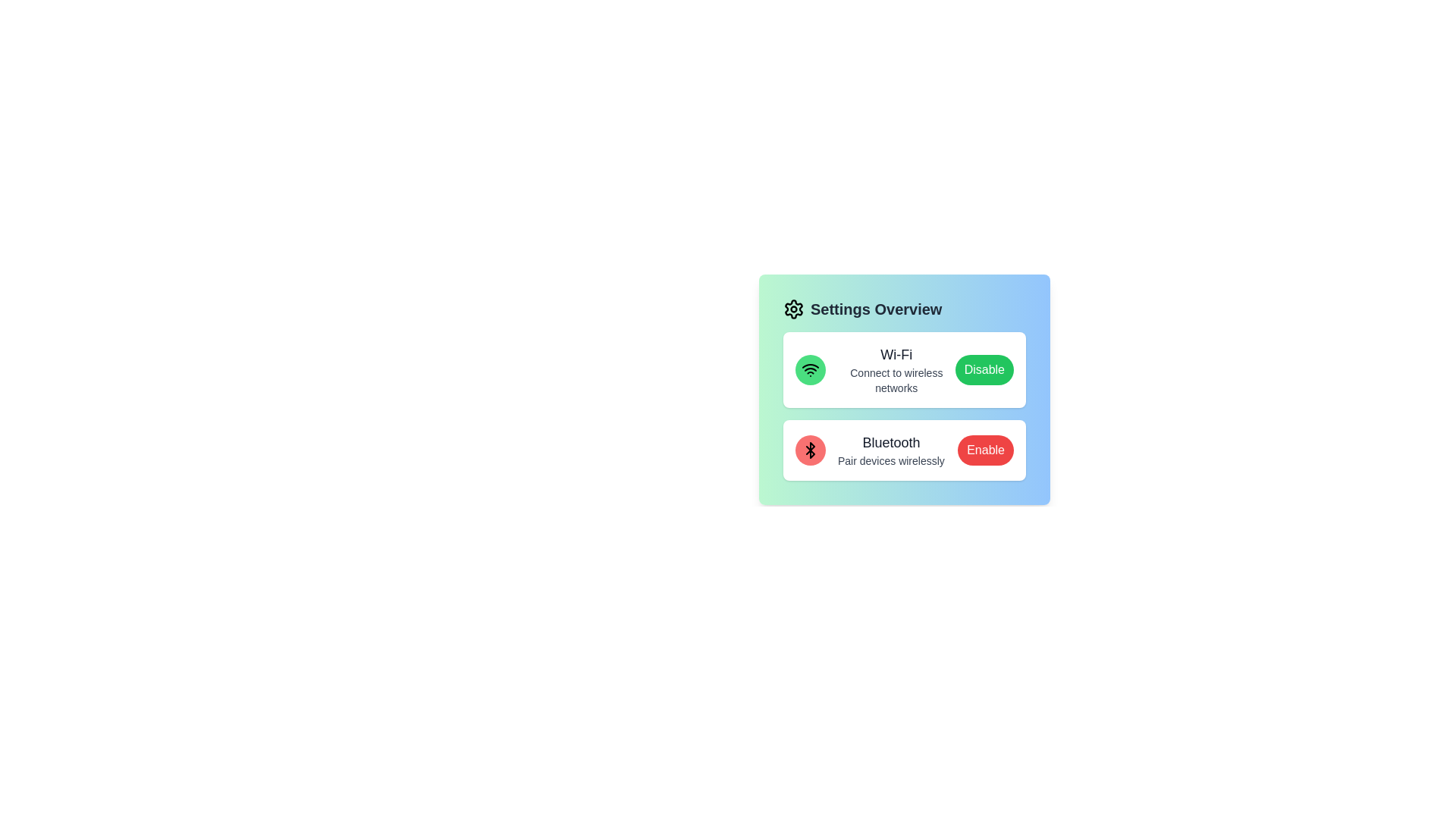 This screenshot has height=819, width=1456. Describe the element at coordinates (905, 450) in the screenshot. I see `the list item for Bluetooth` at that location.